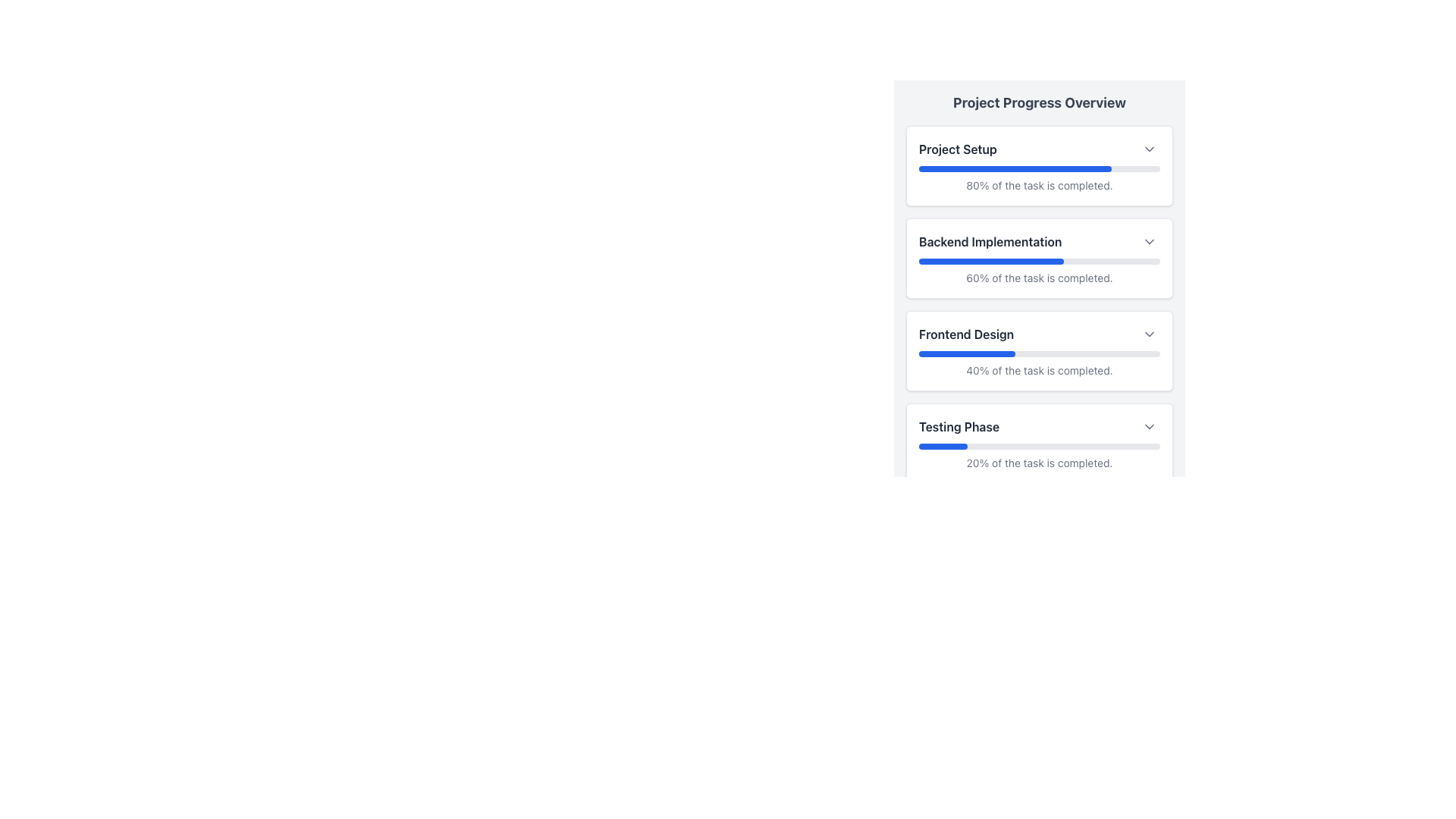 The width and height of the screenshot is (1456, 819). Describe the element at coordinates (1039, 353) in the screenshot. I see `the progress bar located within the 'Frontend Design' card, positioned below the title and above the descriptive text indicating 40% completion` at that location.